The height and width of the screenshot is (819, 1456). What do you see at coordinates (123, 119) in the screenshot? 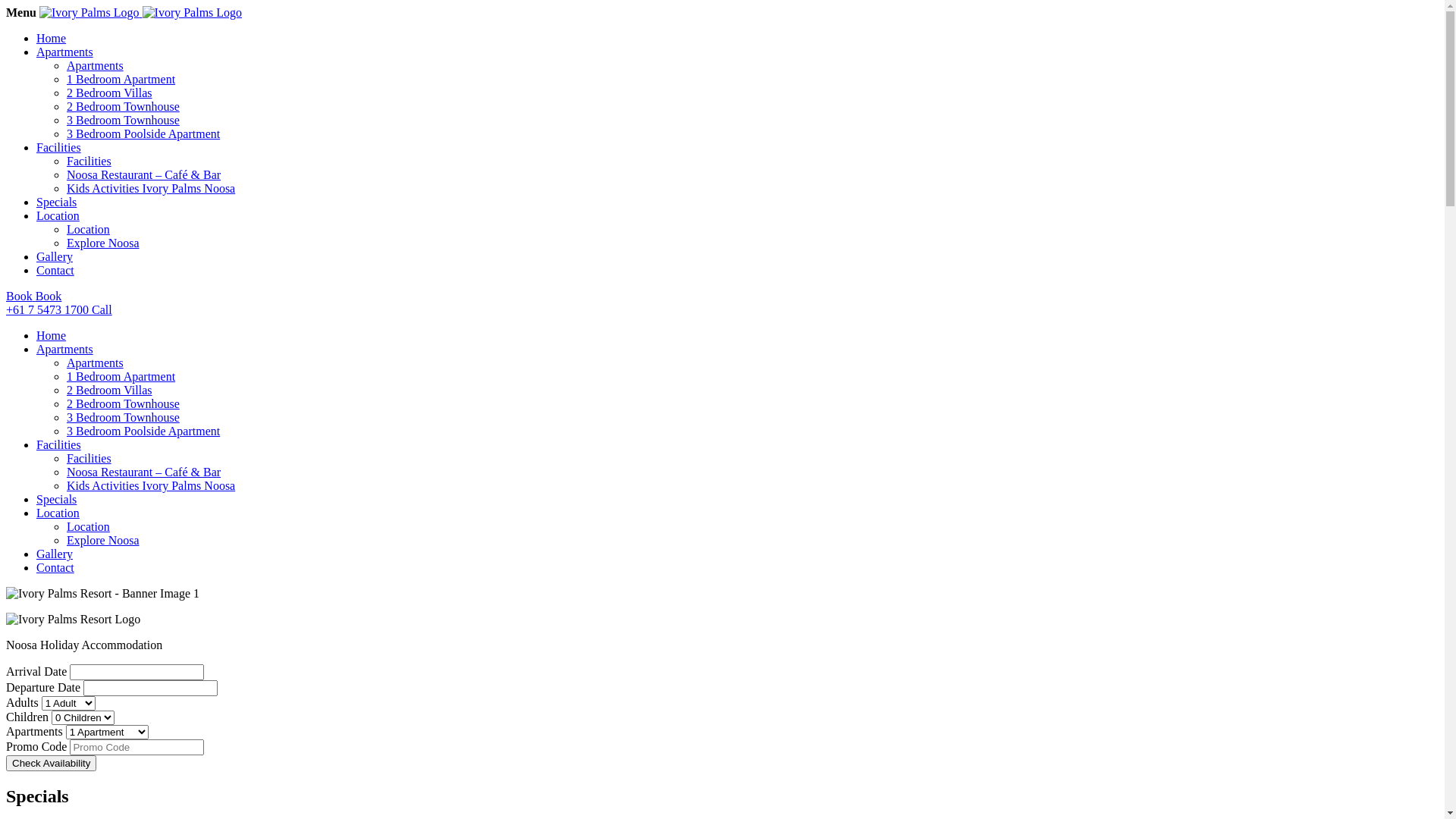
I see `'3 Bedroom Townhouse'` at bounding box center [123, 119].